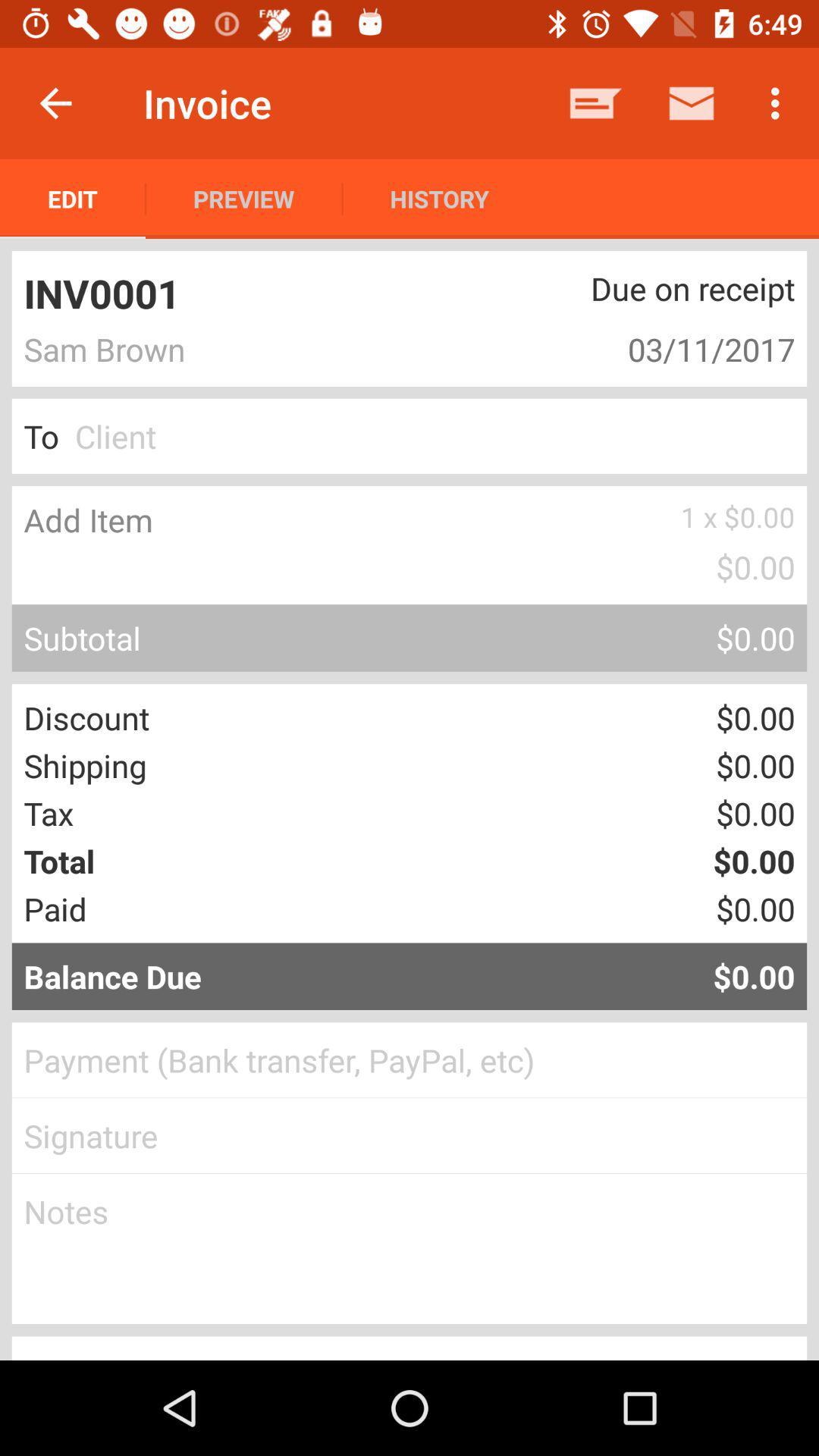 The image size is (819, 1456). What do you see at coordinates (409, 1248) in the screenshot?
I see `record notes` at bounding box center [409, 1248].